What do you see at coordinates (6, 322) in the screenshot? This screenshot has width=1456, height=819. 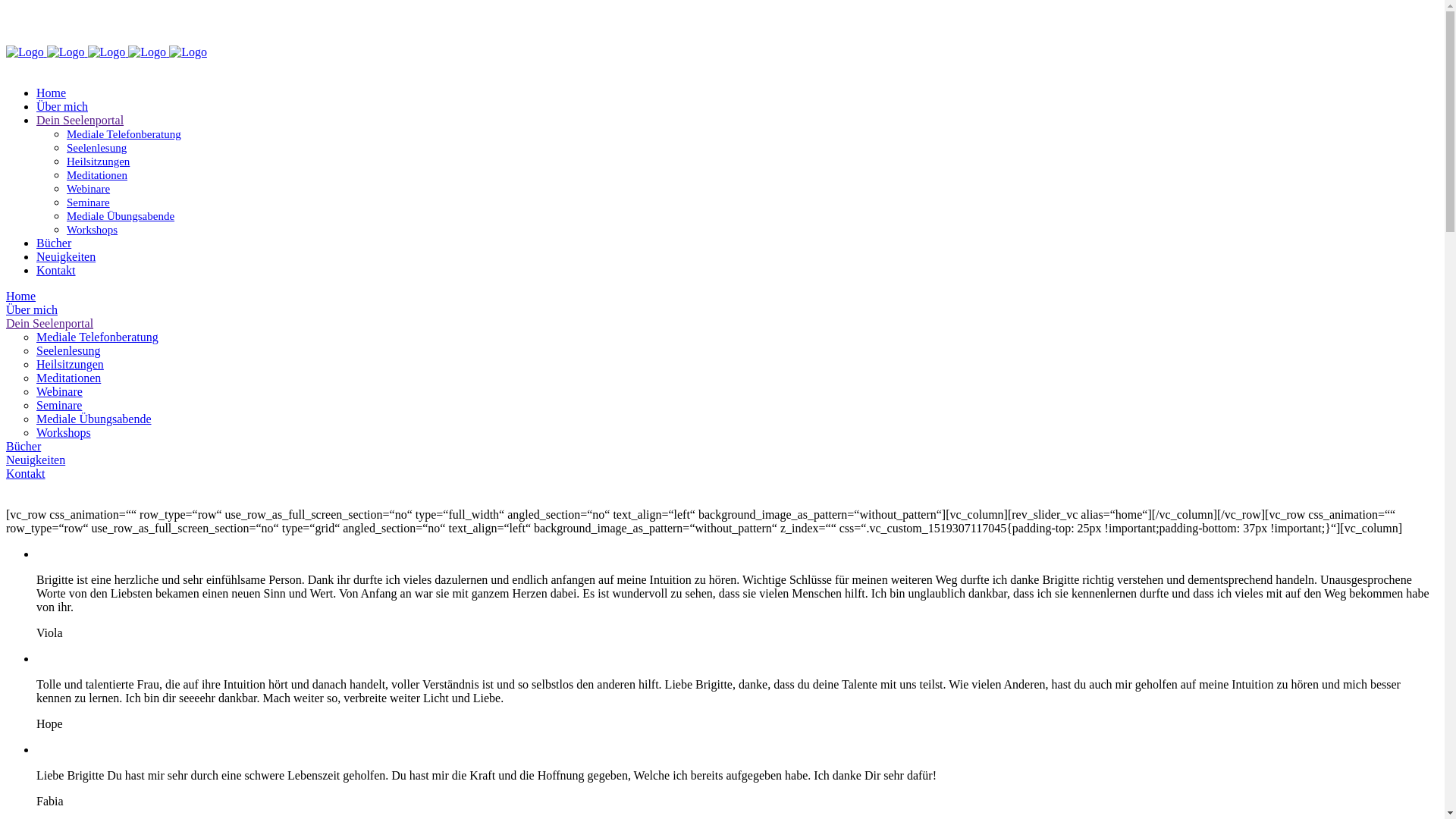 I see `'Dein Seelenportal'` at bounding box center [6, 322].